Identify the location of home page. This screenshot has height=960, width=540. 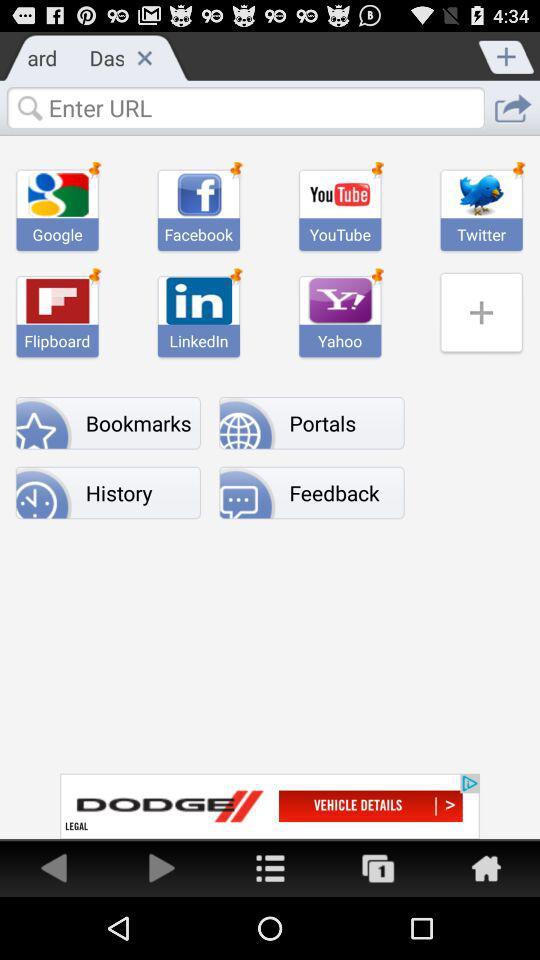
(485, 866).